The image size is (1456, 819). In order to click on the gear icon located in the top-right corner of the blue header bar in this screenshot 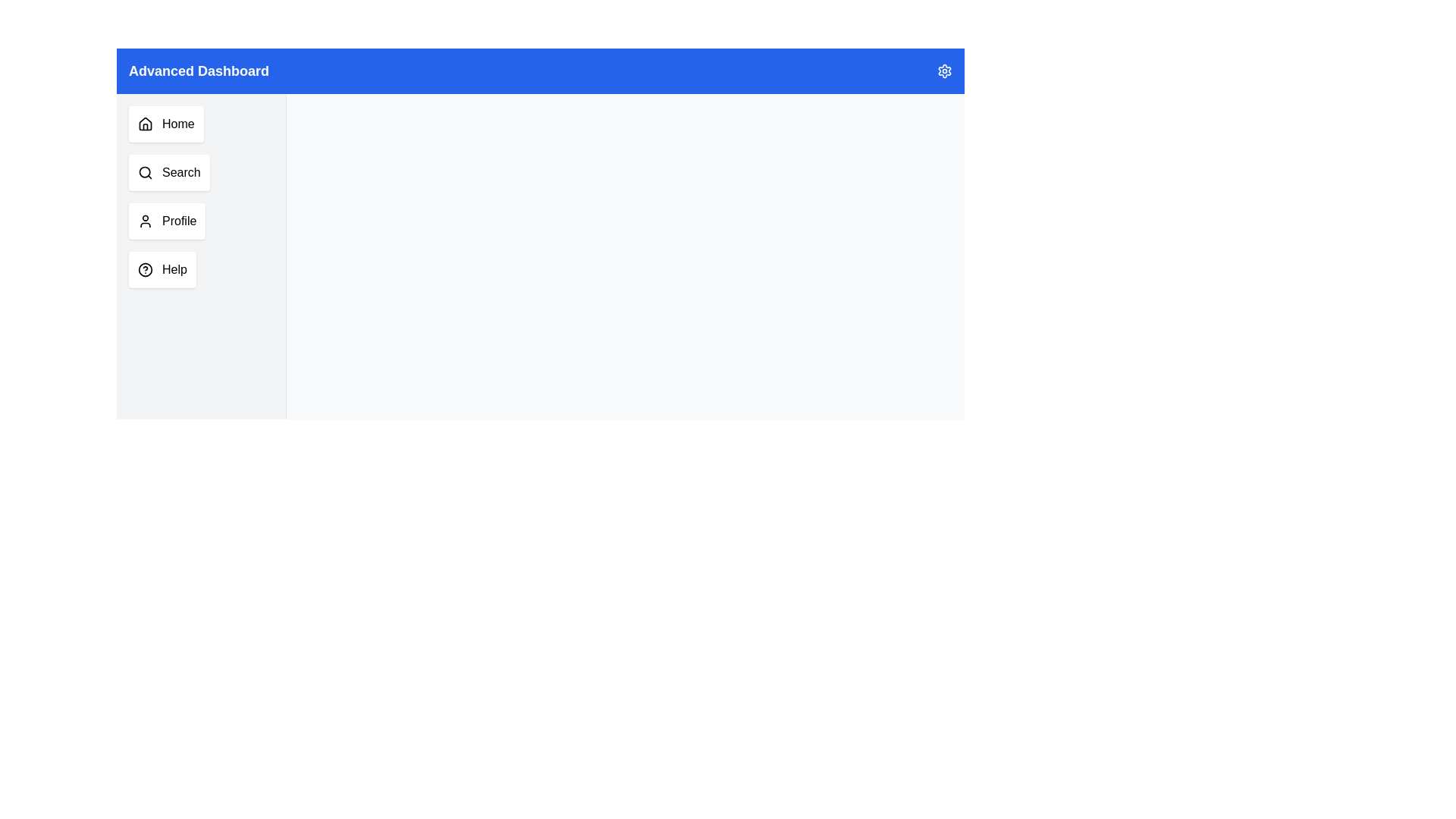, I will do `click(944, 71)`.